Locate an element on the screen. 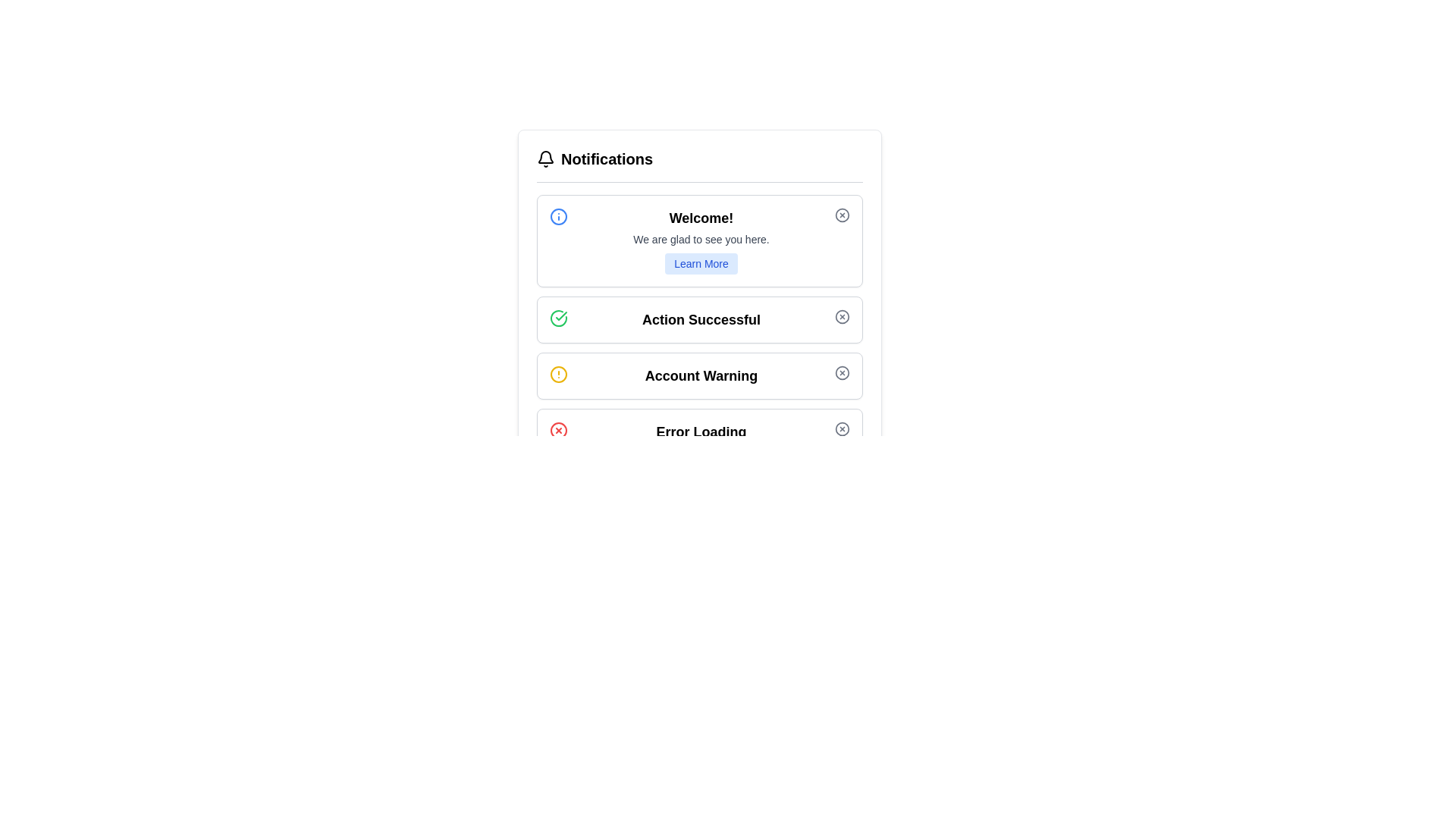  the fourth notification item in the 'Notifications' panel, which displays 'Error Loading' with a red circular icon containing a white 'X' to the left is located at coordinates (698, 432).